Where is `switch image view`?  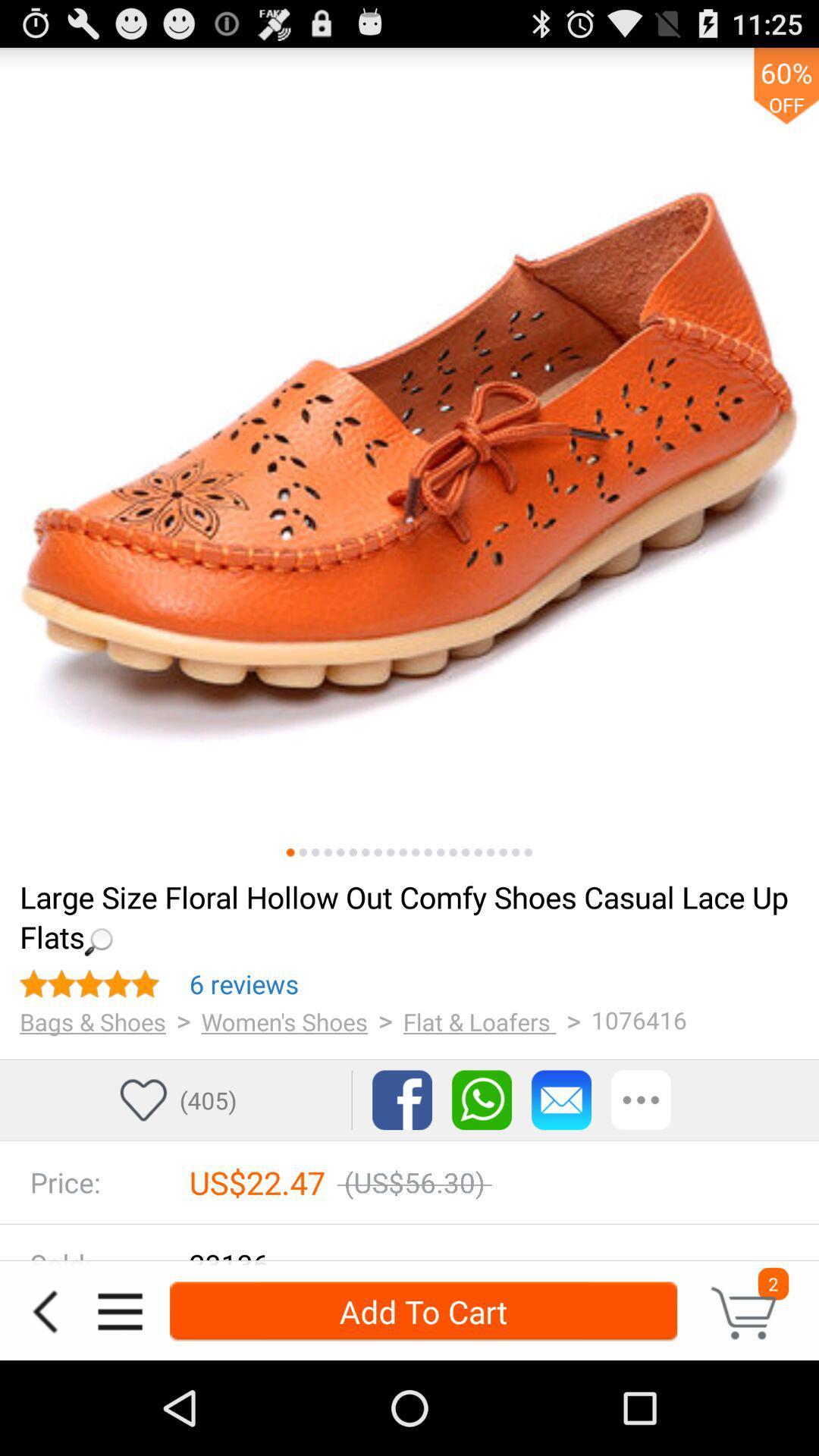
switch image view is located at coordinates (428, 852).